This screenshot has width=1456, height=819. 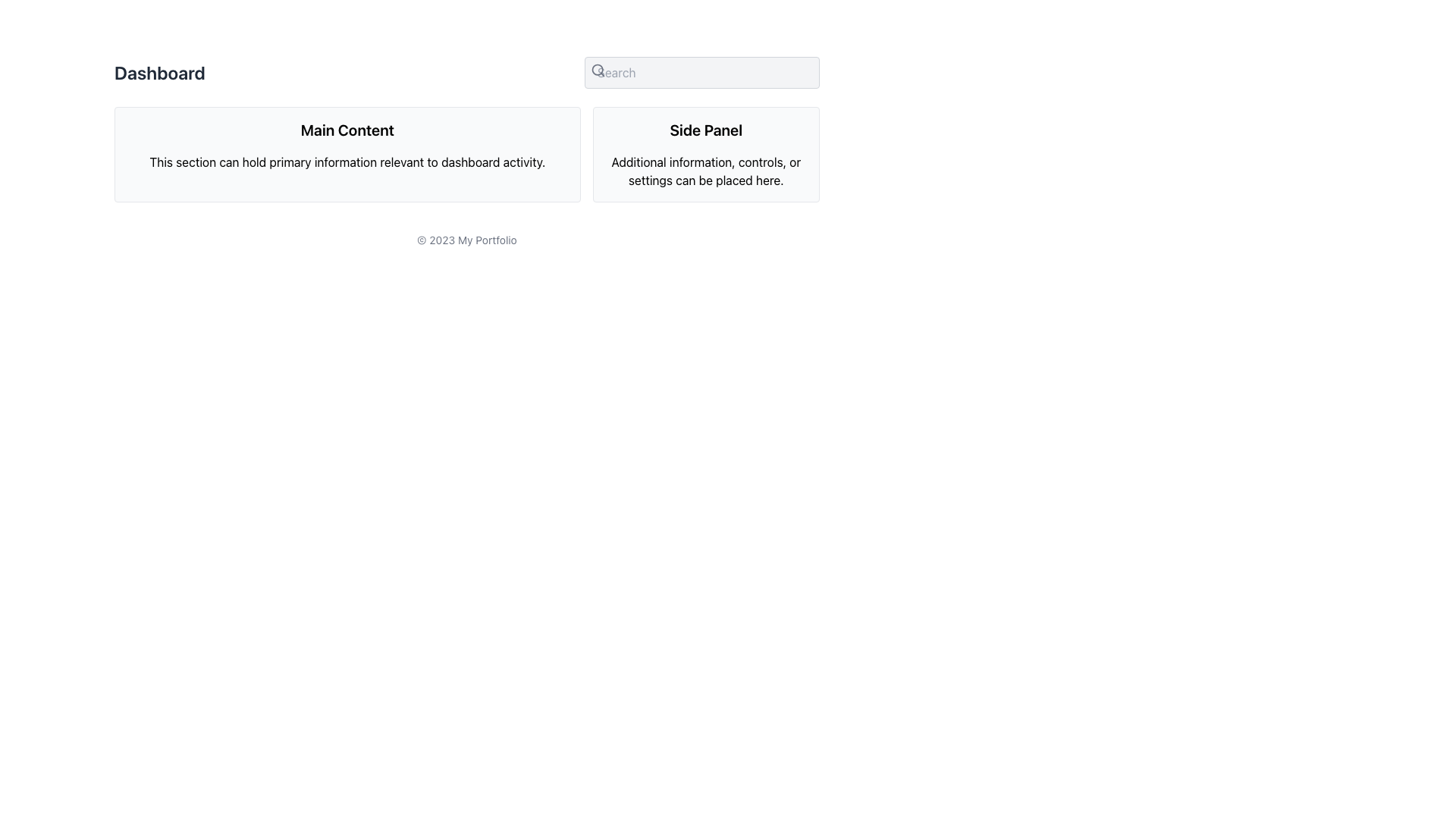 What do you see at coordinates (705, 171) in the screenshot?
I see `descriptive text content located below the 'Side Panel' title in the rightmost column of the interface` at bounding box center [705, 171].